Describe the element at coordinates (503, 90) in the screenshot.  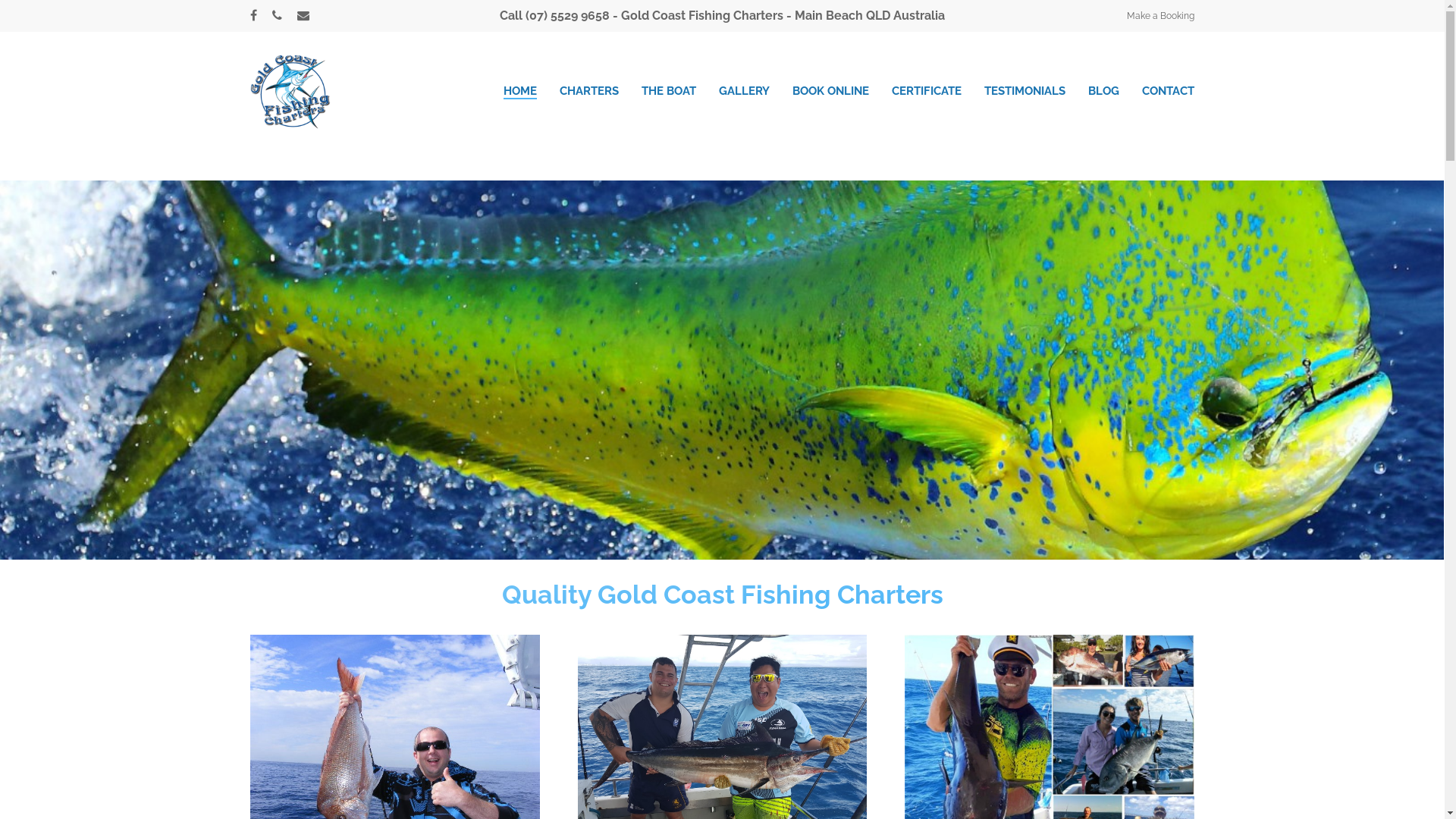
I see `'HOME'` at that location.